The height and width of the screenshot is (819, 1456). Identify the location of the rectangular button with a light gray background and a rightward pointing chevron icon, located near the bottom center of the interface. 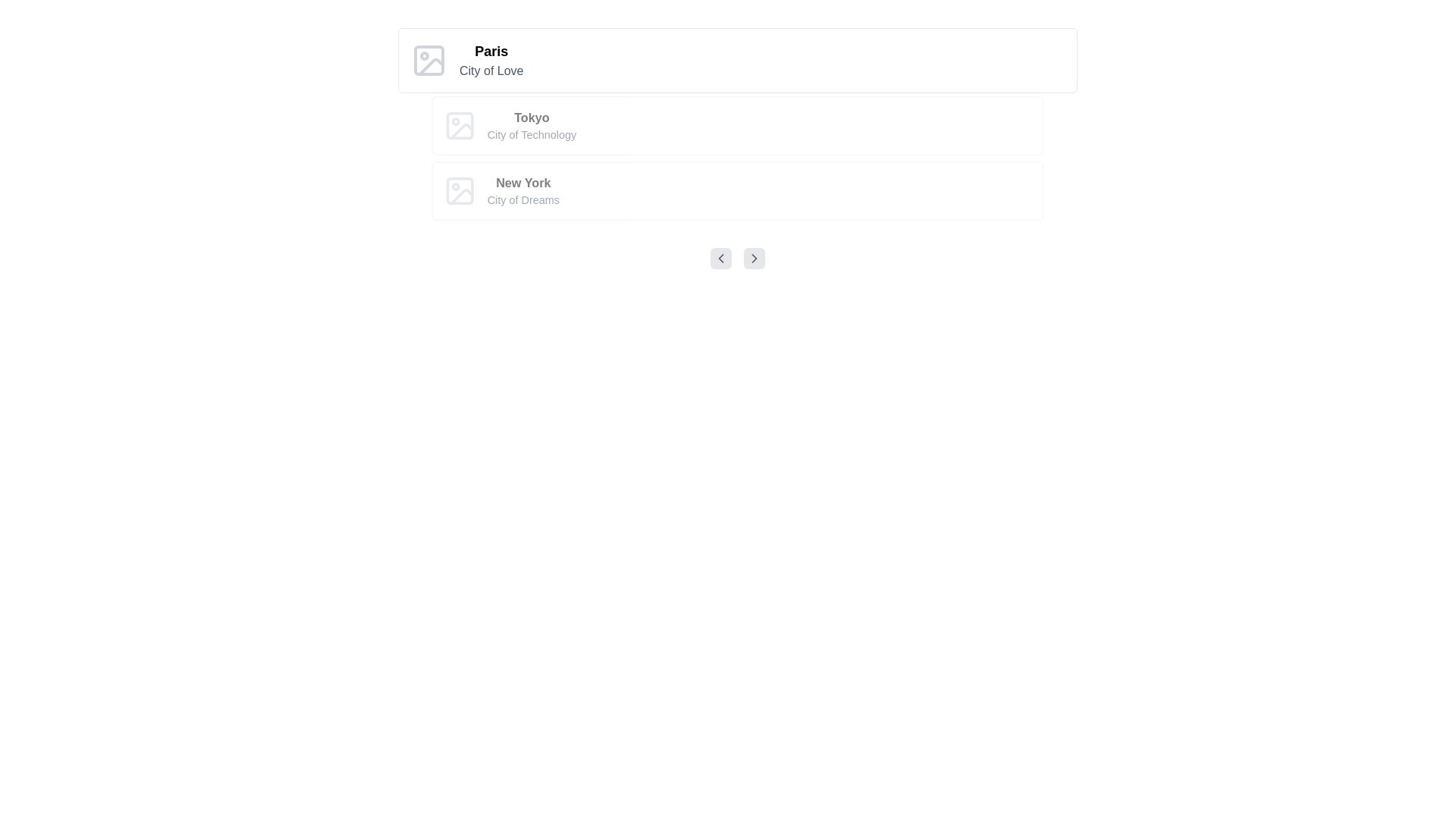
(754, 257).